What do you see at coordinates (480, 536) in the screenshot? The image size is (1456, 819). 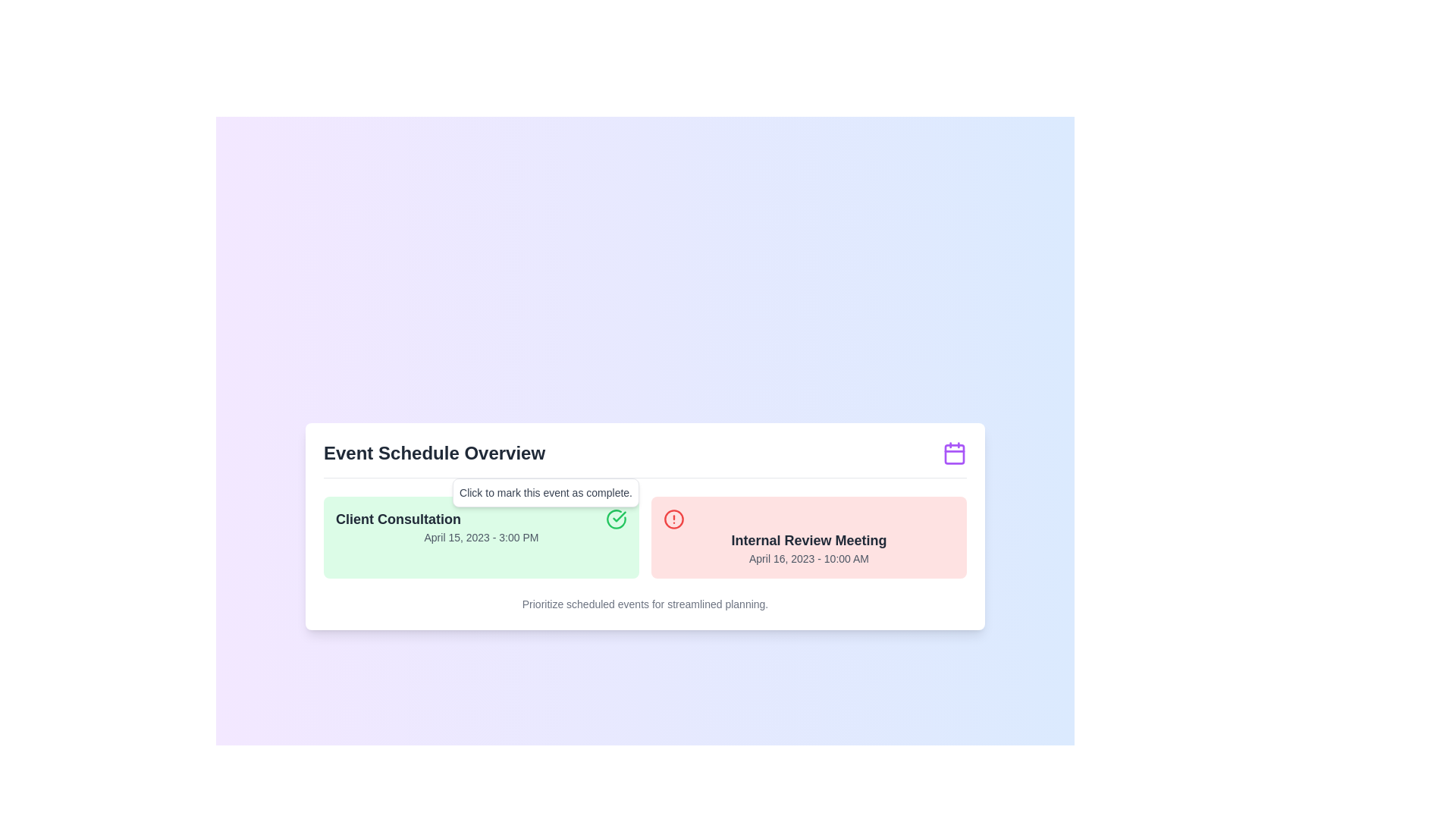 I see `the label displaying the scheduled time and date for the 'Client Consultation' event, which is centrally aligned at the bottom of the green card` at bounding box center [480, 536].